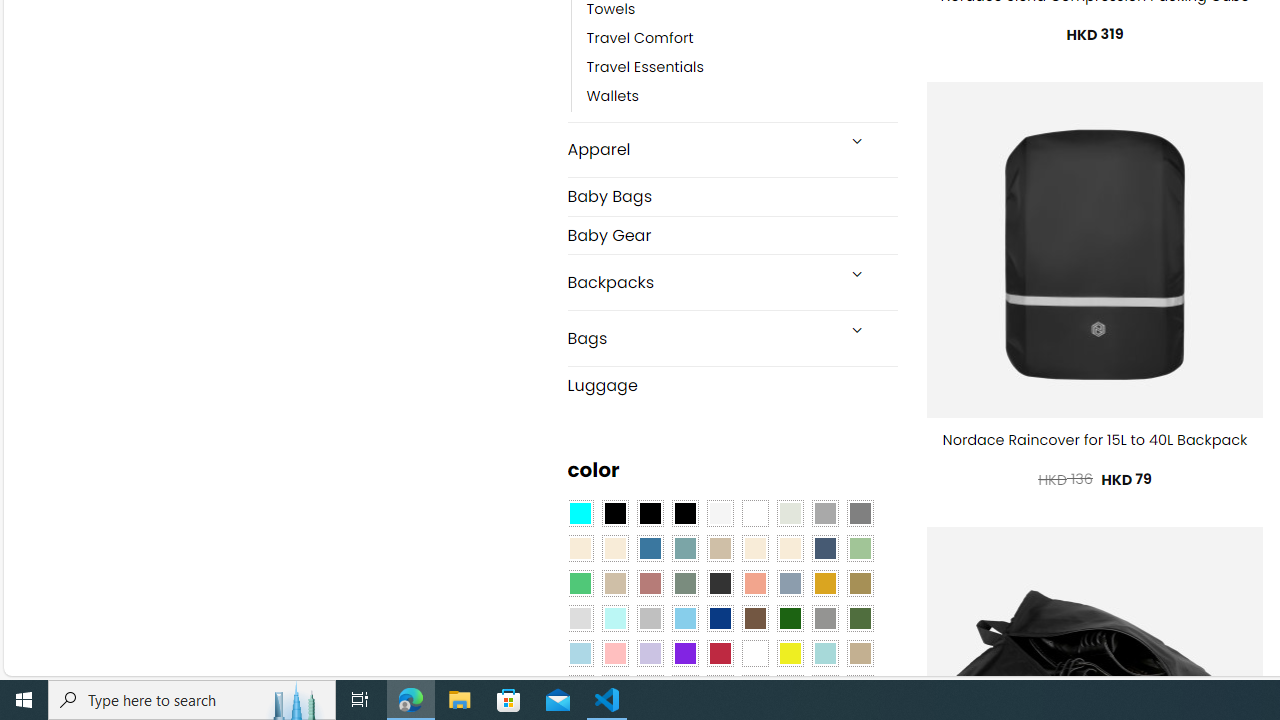 Image resolution: width=1280 pixels, height=720 pixels. I want to click on 'Cream', so click(788, 549).